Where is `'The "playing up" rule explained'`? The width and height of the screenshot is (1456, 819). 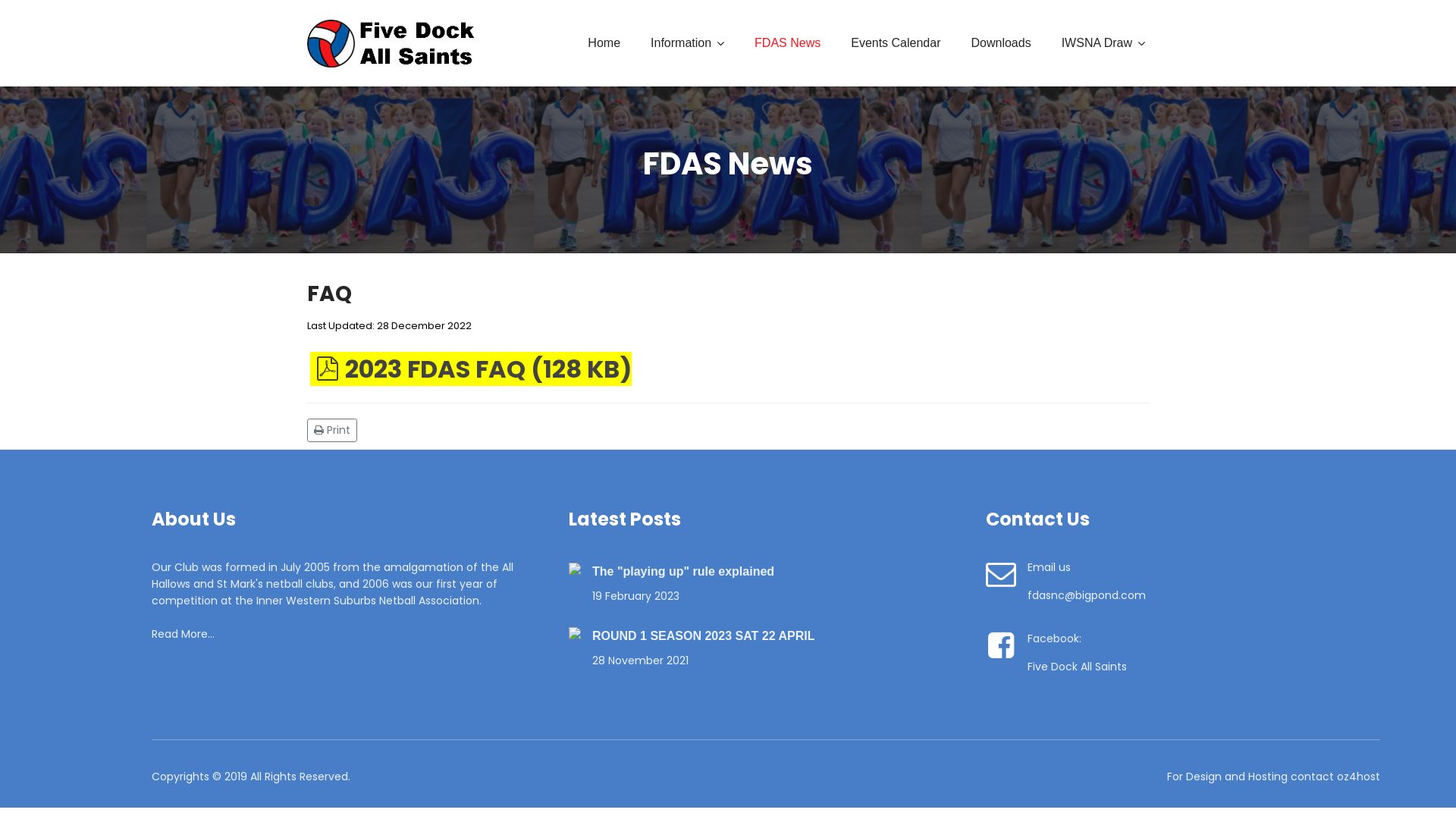
'The "playing up" rule explained' is located at coordinates (591, 571).